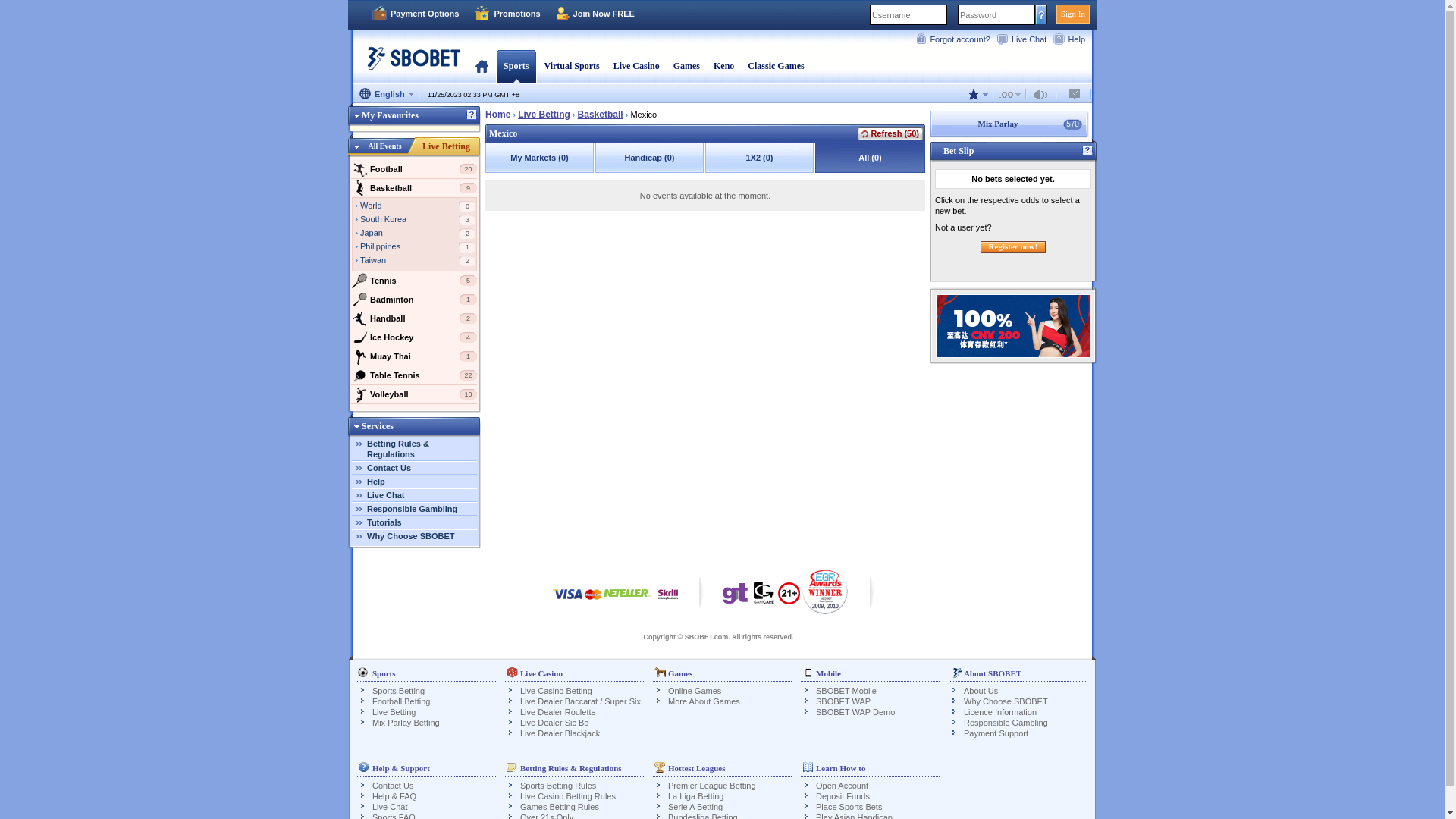 This screenshot has height=819, width=1456. What do you see at coordinates (667, 601) in the screenshot?
I see `'Payment Powered by Skrill (Moneybookers) - Click to View All'` at bounding box center [667, 601].